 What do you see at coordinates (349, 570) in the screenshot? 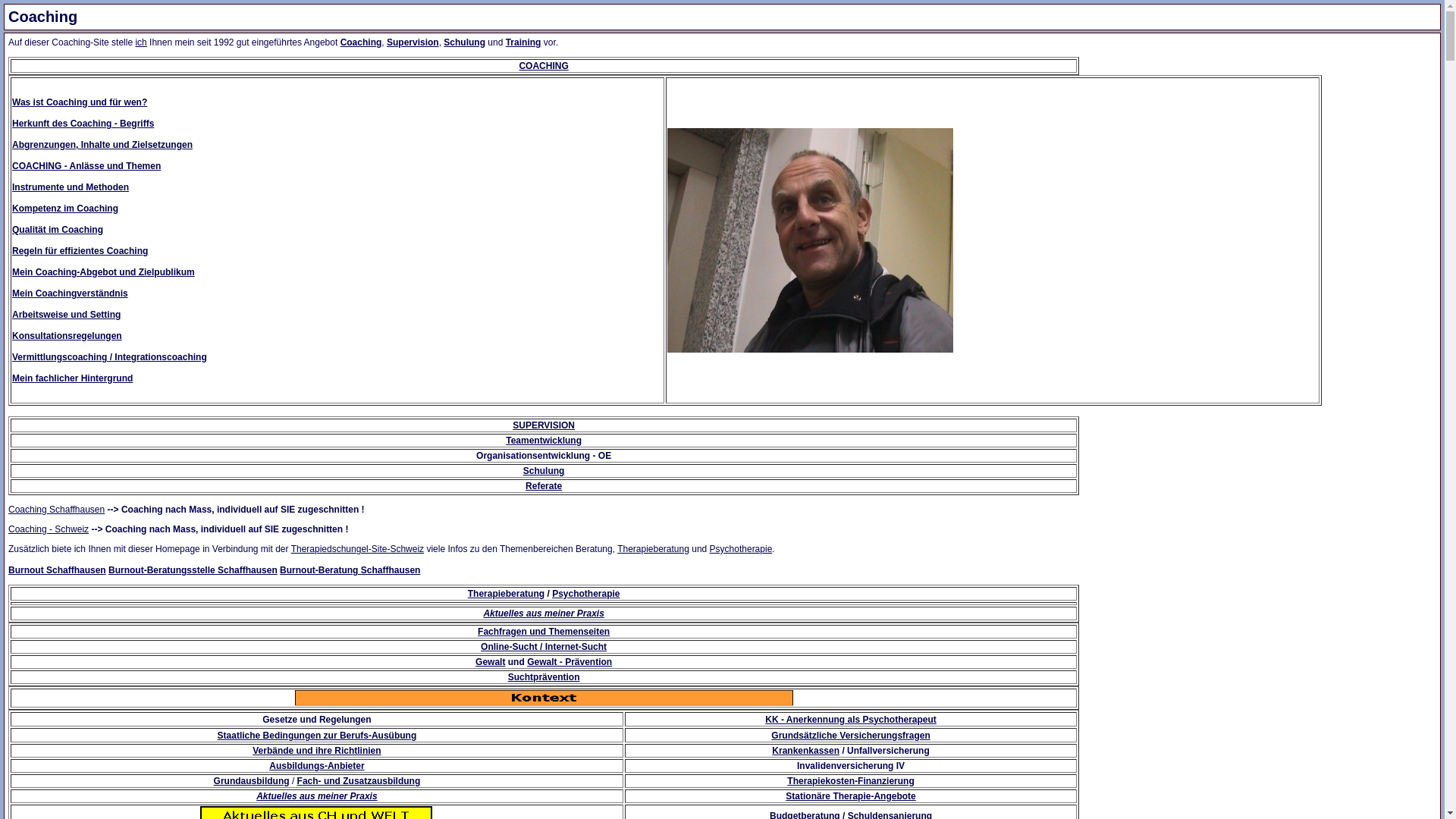
I see `'Burnout-Beratung Schaffhausen'` at bounding box center [349, 570].